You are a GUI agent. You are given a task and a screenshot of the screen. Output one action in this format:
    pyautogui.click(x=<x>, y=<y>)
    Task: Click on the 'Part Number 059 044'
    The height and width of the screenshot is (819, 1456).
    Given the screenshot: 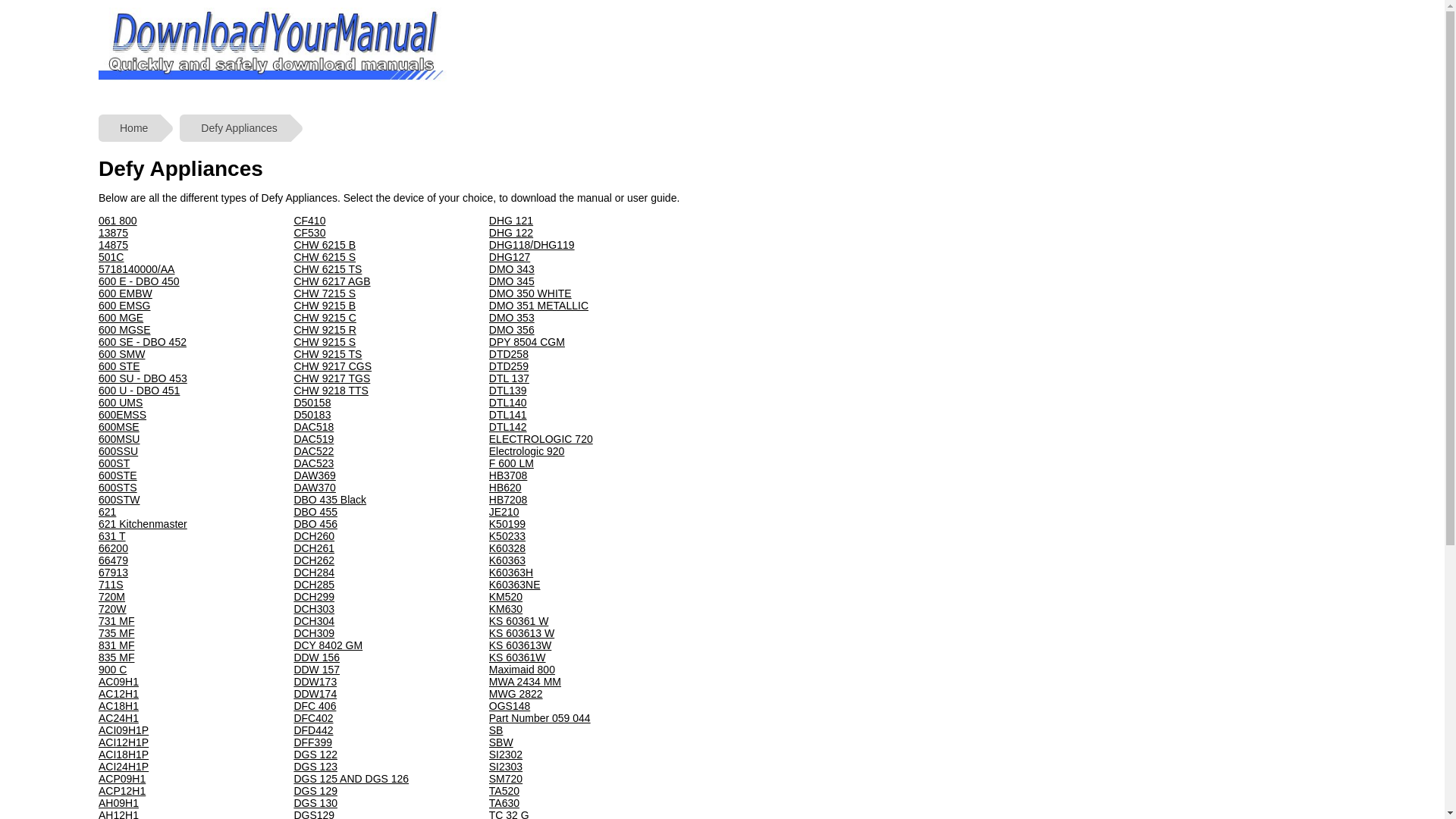 What is the action you would take?
    pyautogui.click(x=539, y=717)
    